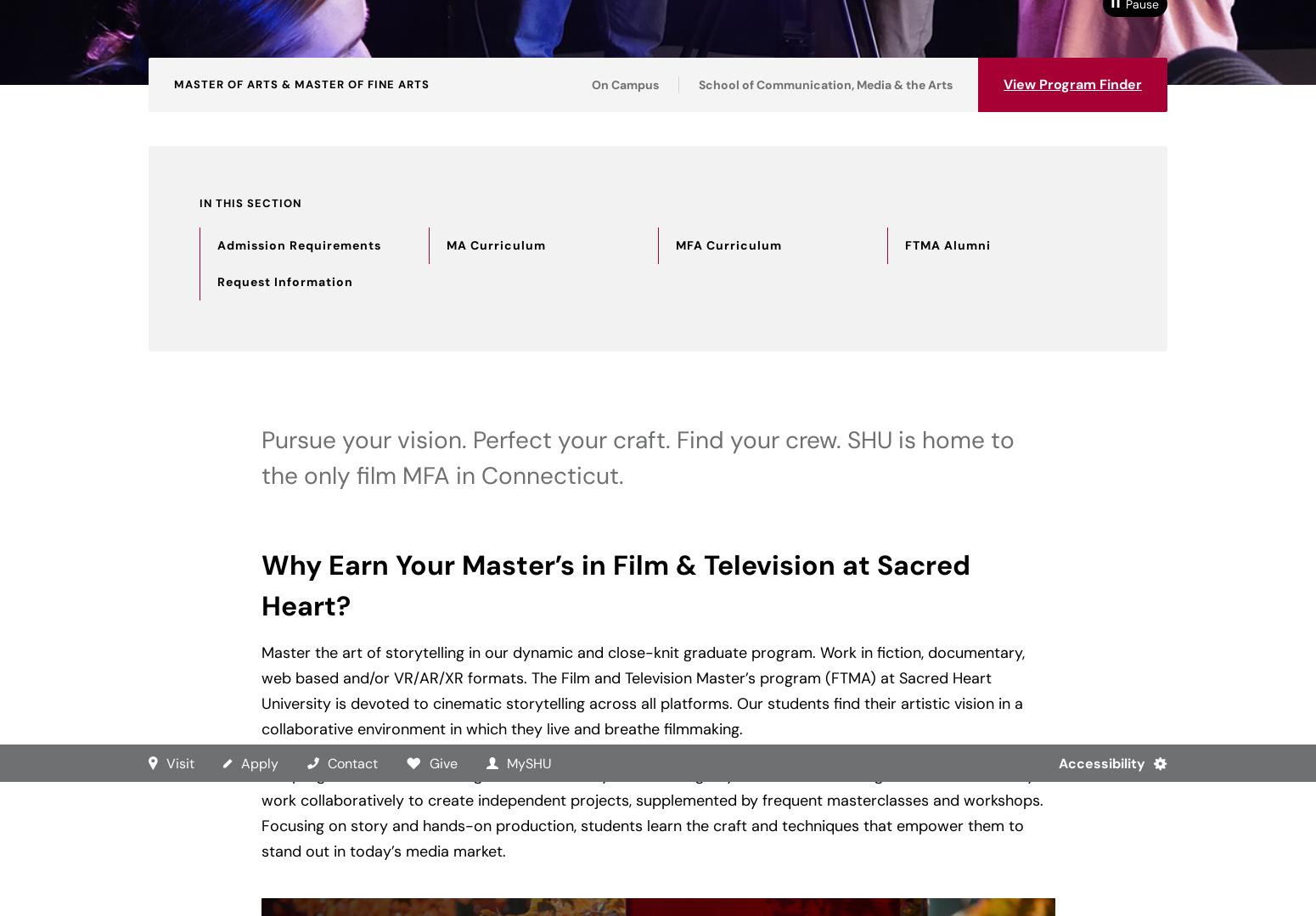 The width and height of the screenshot is (1316, 916). Describe the element at coordinates (284, 282) in the screenshot. I see `'Request Information'` at that location.